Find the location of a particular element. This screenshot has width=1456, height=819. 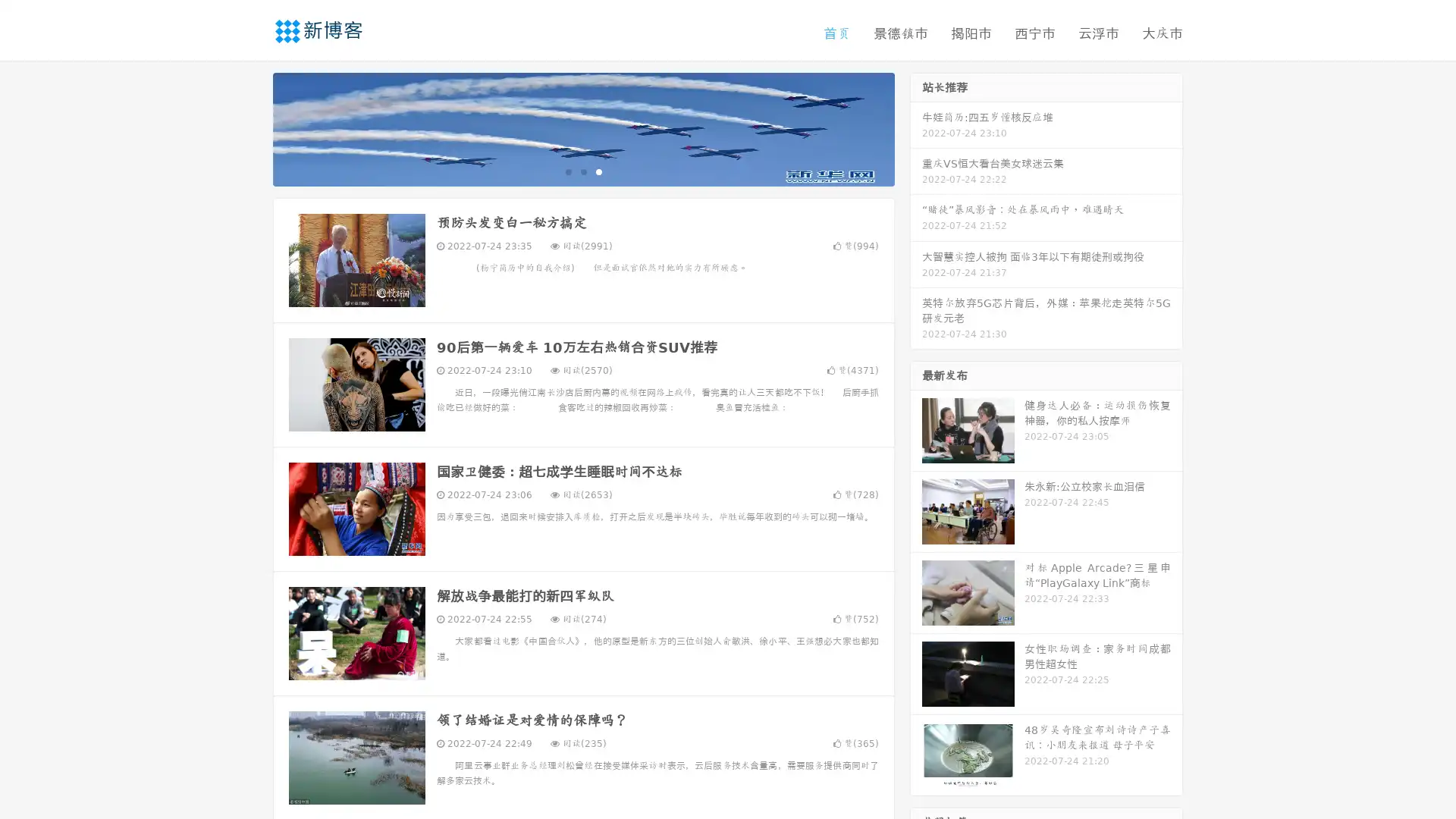

Previous slide is located at coordinates (250, 127).